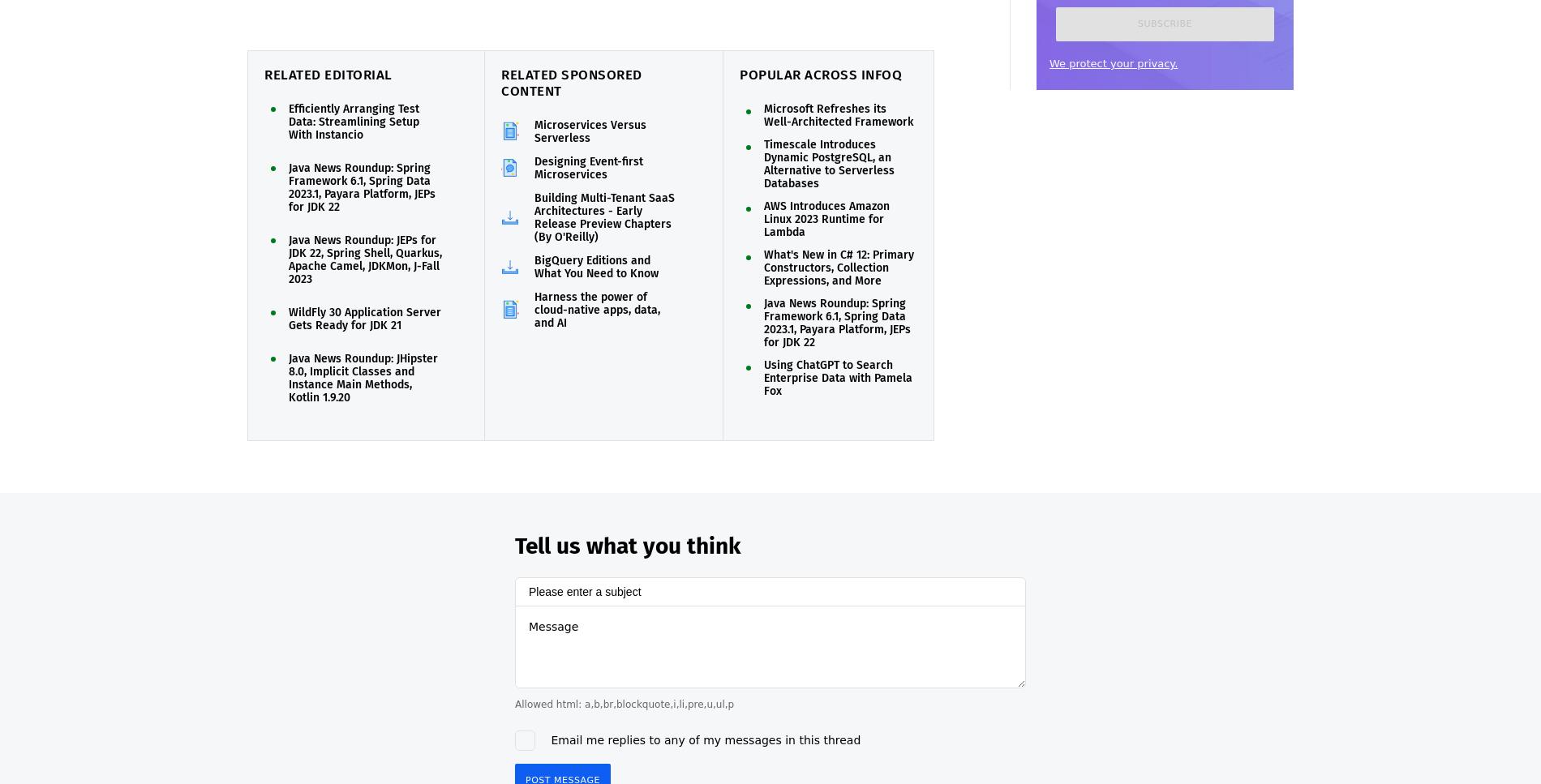 This screenshot has width=1541, height=784. I want to click on 'BigQuery Editions and What You Need to Know', so click(534, 267).